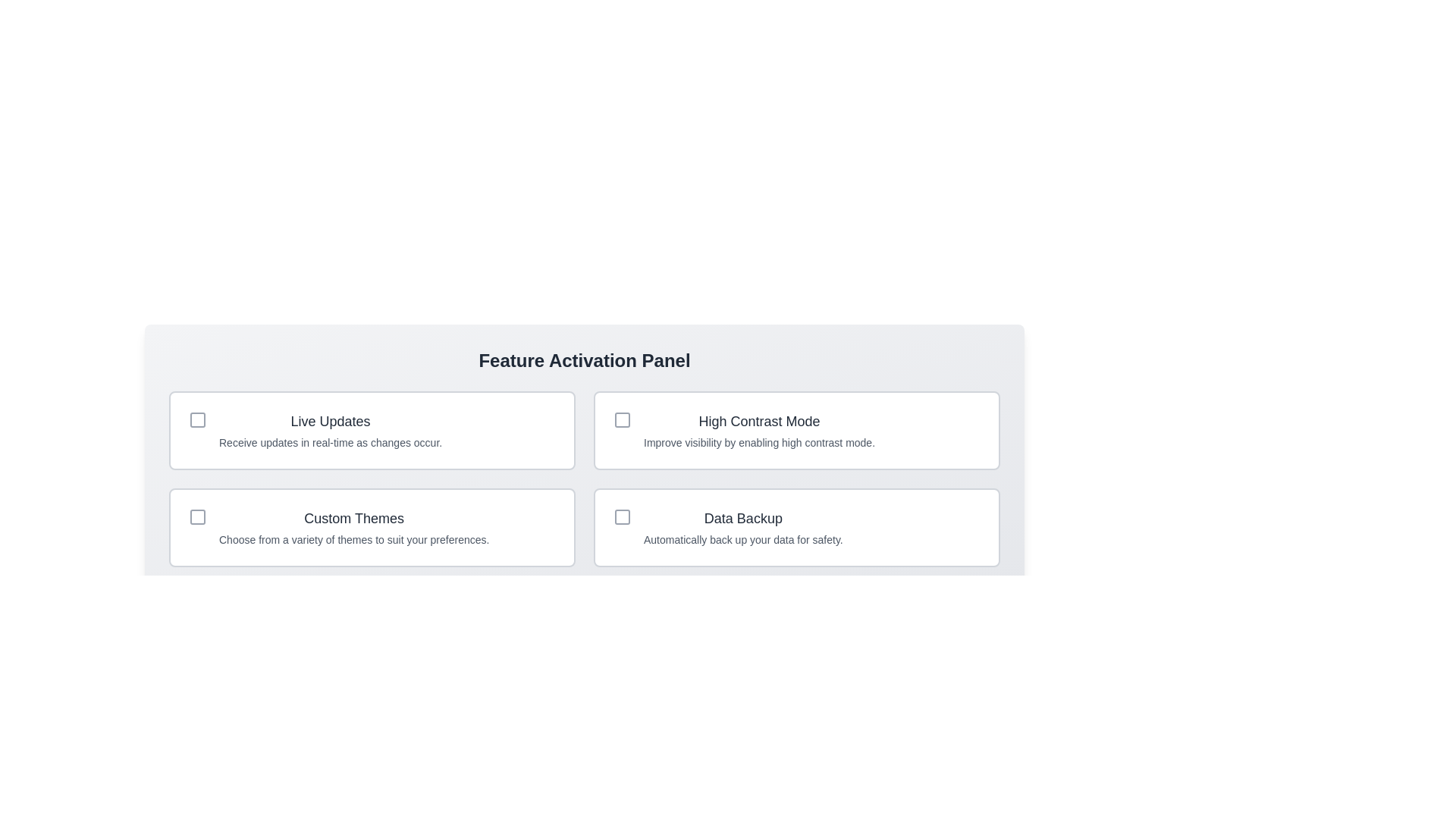 Image resolution: width=1456 pixels, height=819 pixels. Describe the element at coordinates (372, 430) in the screenshot. I see `the checkbox on the 'Live Updates' card, which is located in the first column of the grid layout at the top-left position` at that location.